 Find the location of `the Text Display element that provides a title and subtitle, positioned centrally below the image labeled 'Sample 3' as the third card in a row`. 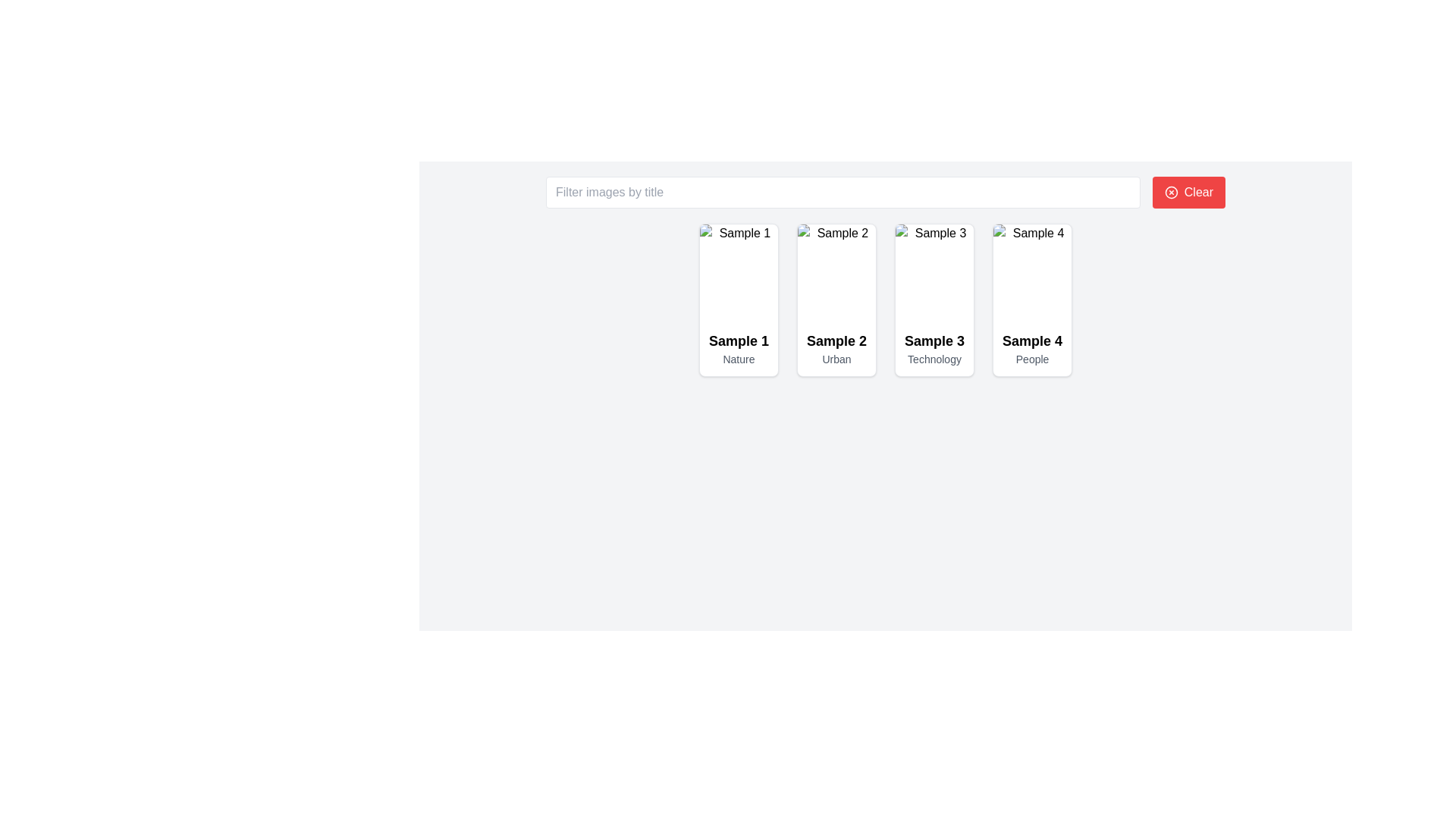

the Text Display element that provides a title and subtitle, positioned centrally below the image labeled 'Sample 3' as the third card in a row is located at coordinates (934, 348).